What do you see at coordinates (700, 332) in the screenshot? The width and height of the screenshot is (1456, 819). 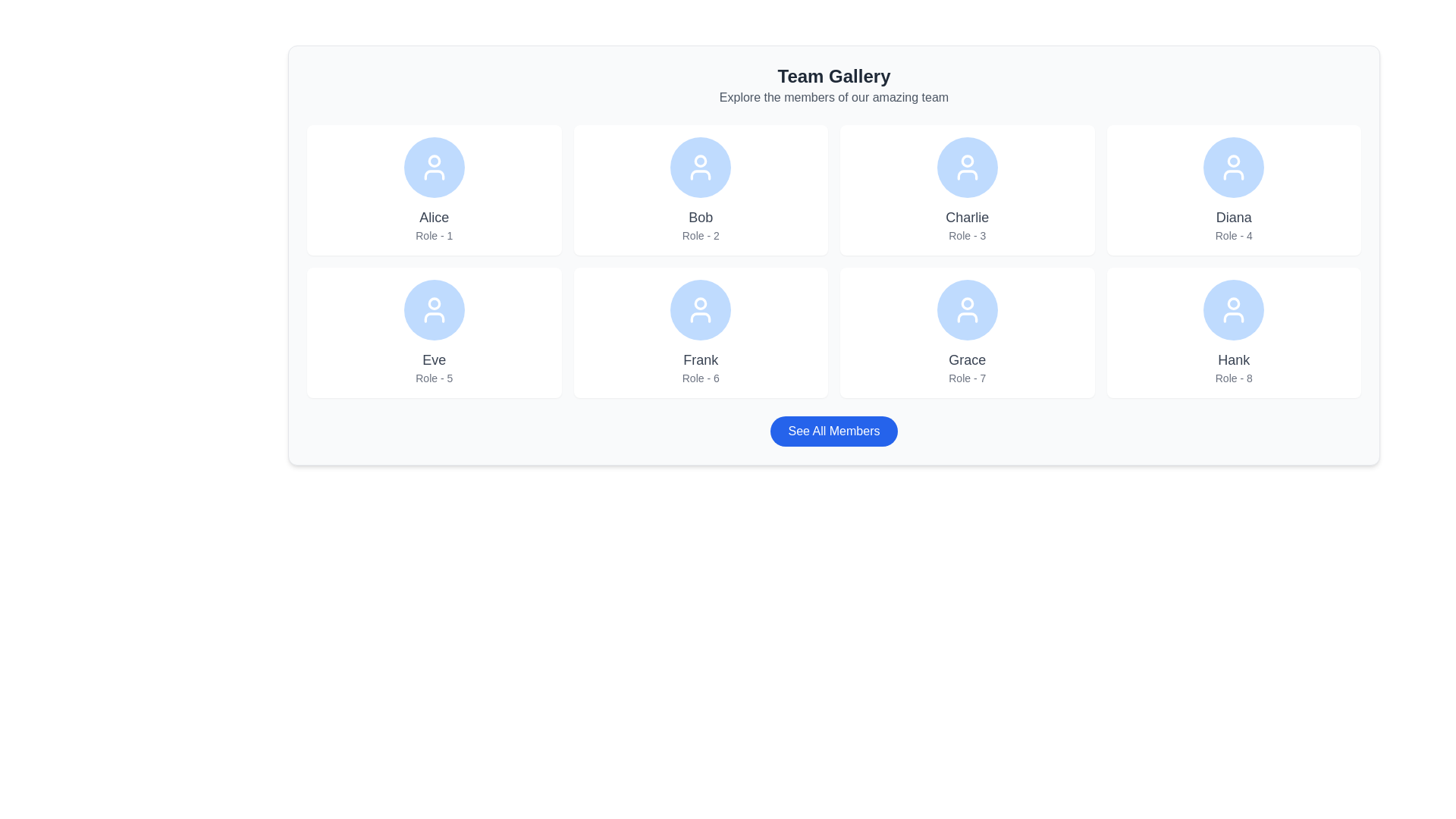 I see `the profile card UI component displaying the name 'Frank' and role 'Role - 6', located in the second row, third from the left in a 2x4 grid` at bounding box center [700, 332].